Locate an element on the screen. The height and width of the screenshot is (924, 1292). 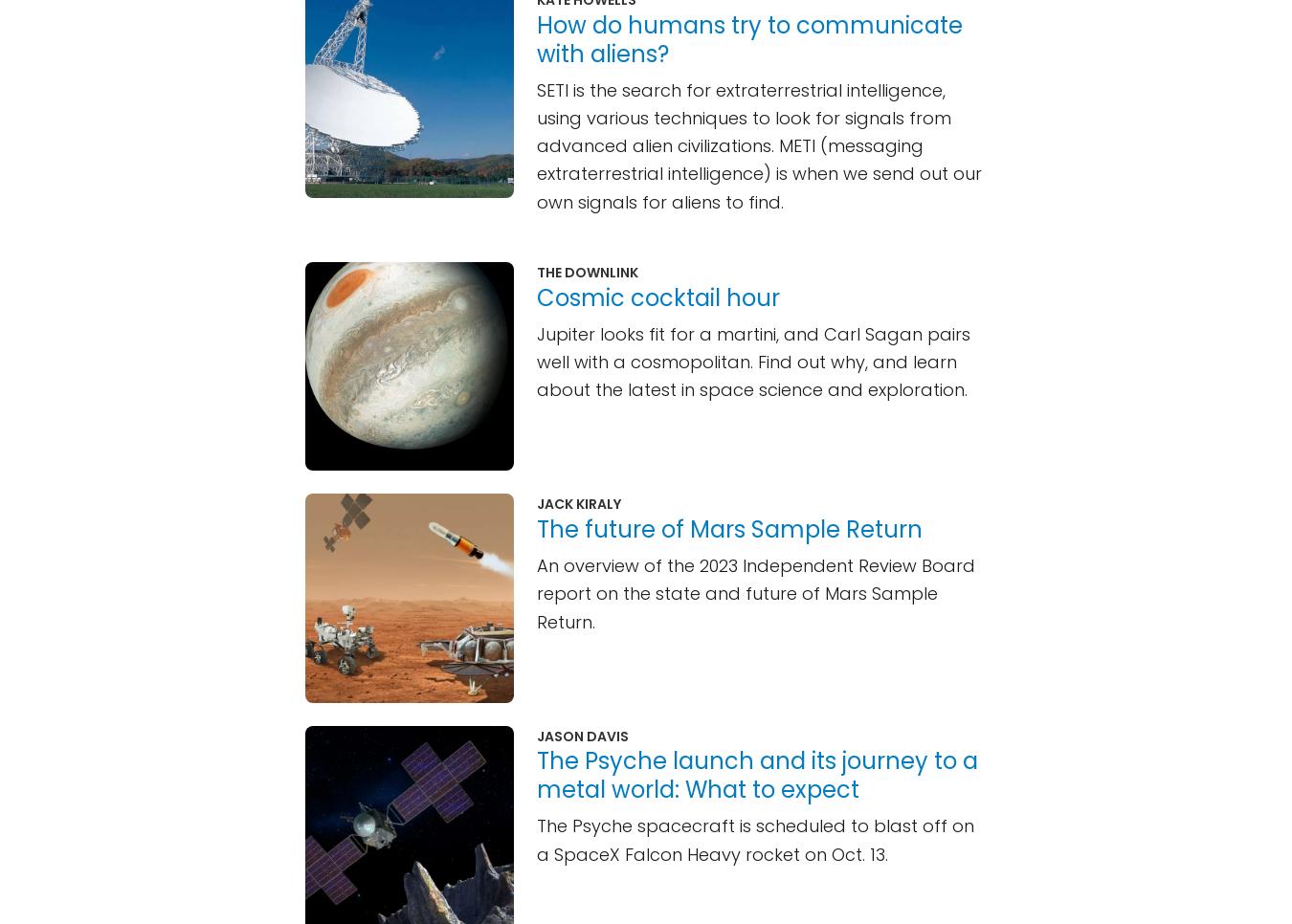
'Jack Kiraly' is located at coordinates (578, 503).